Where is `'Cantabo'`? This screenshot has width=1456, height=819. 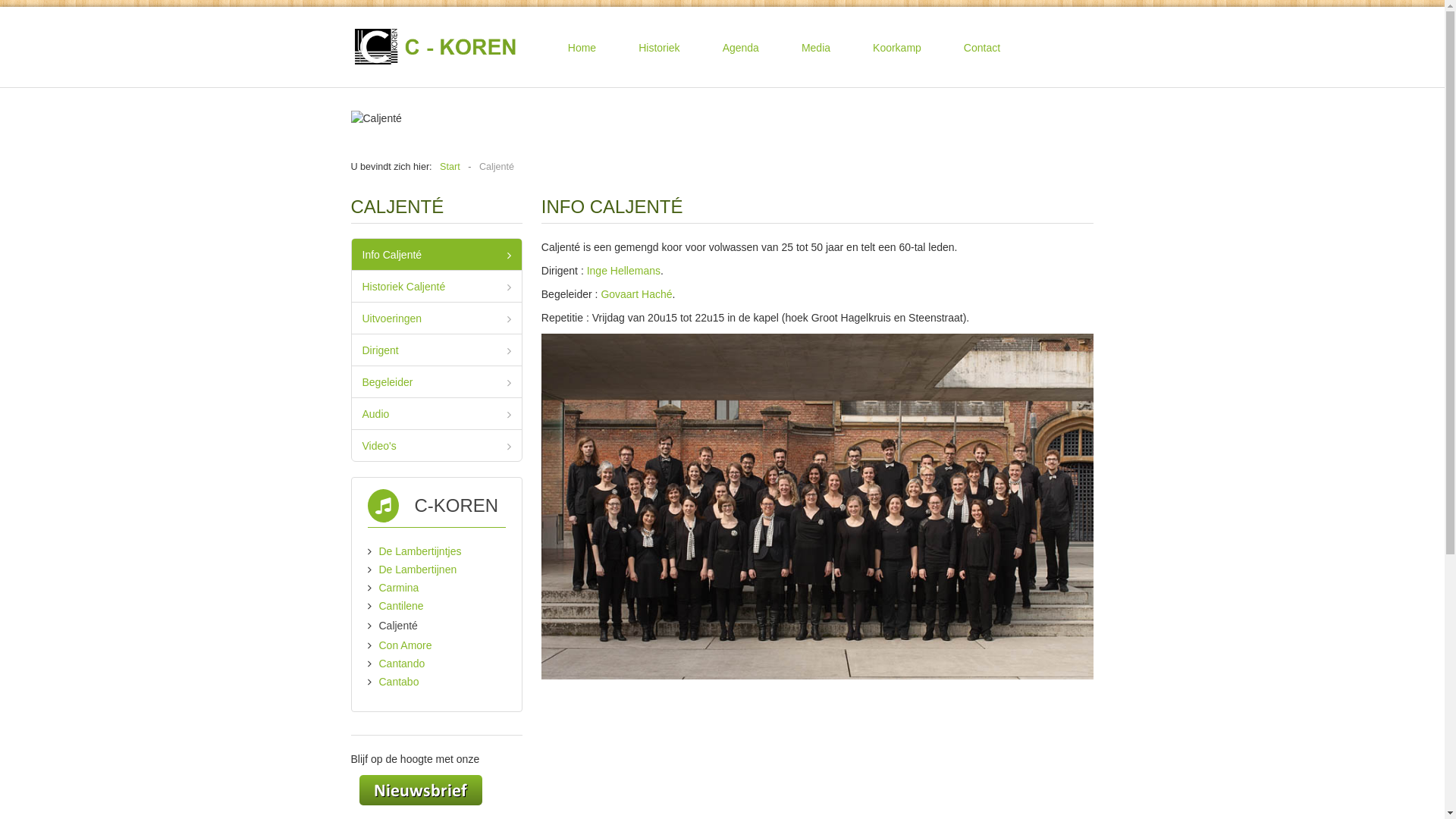
'Cantabo' is located at coordinates (399, 680).